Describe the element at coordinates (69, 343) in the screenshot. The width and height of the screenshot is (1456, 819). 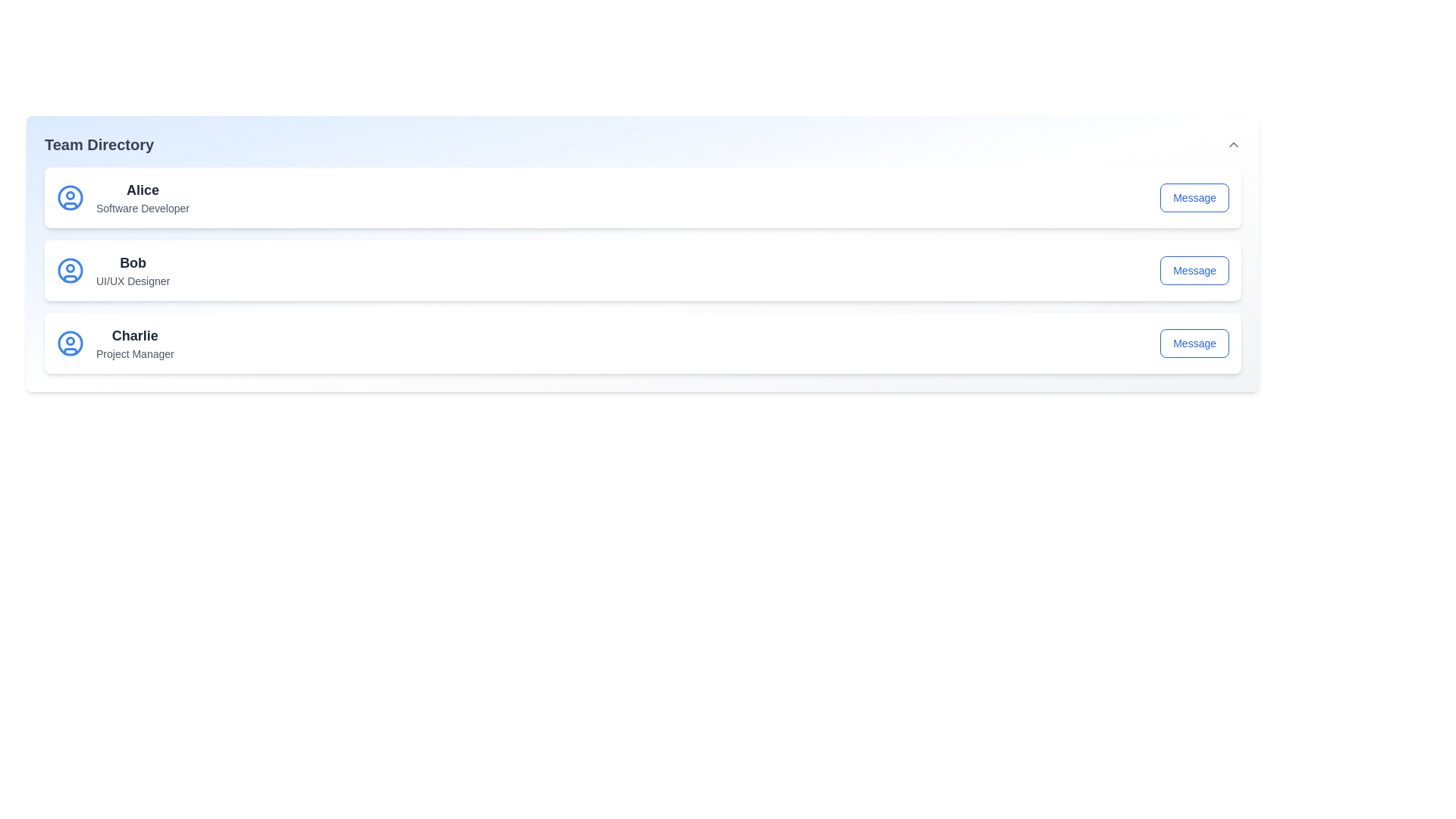
I see `the outermost circular border of the user icon for 'Charlie - Project Manager' to display potential animation or highlight effects` at that location.